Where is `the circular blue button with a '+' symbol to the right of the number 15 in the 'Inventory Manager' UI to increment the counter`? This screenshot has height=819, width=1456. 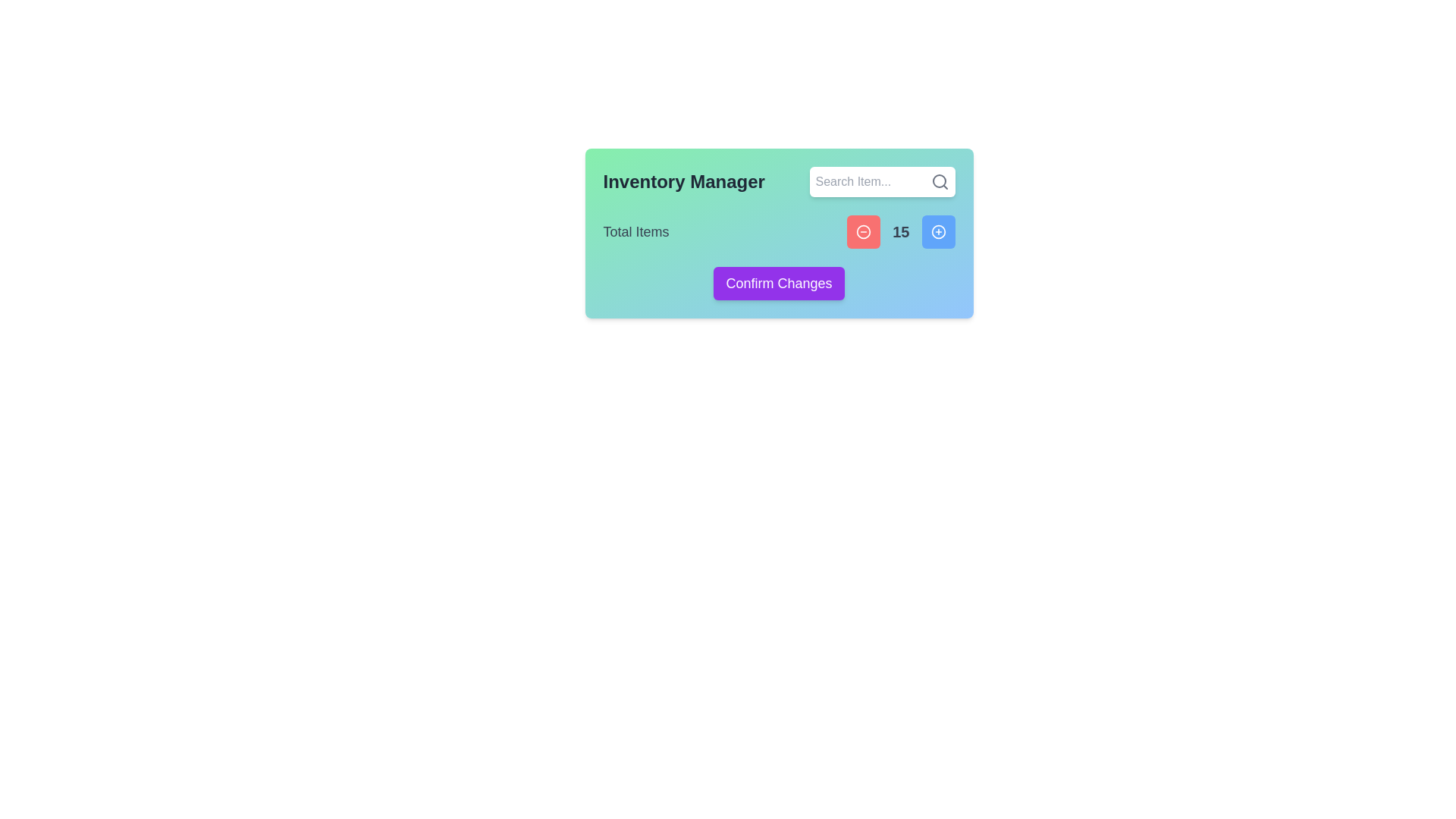 the circular blue button with a '+' symbol to the right of the number 15 in the 'Inventory Manager' UI to increment the counter is located at coordinates (937, 231).